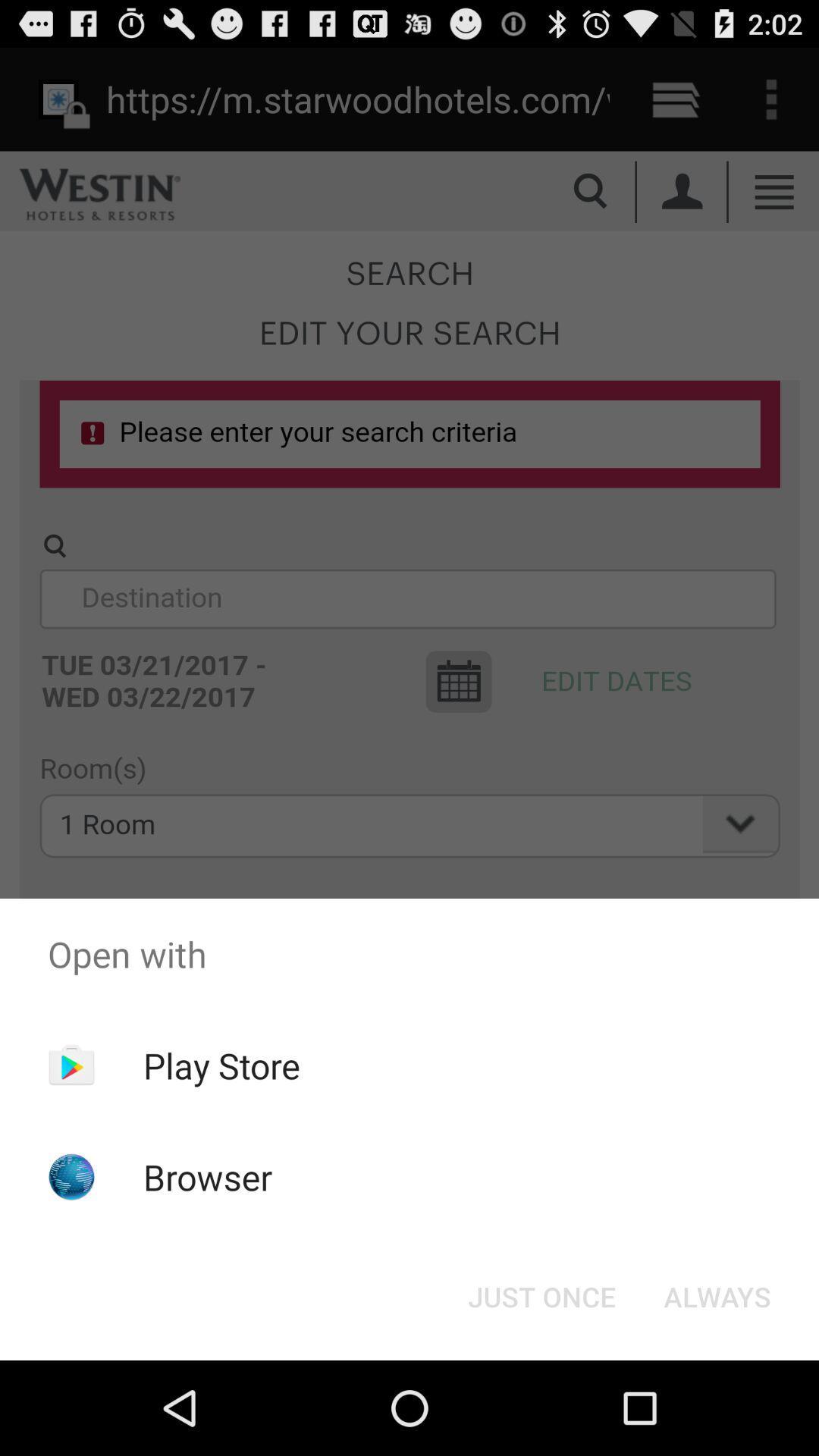 The width and height of the screenshot is (819, 1456). I want to click on play store item, so click(221, 1065).